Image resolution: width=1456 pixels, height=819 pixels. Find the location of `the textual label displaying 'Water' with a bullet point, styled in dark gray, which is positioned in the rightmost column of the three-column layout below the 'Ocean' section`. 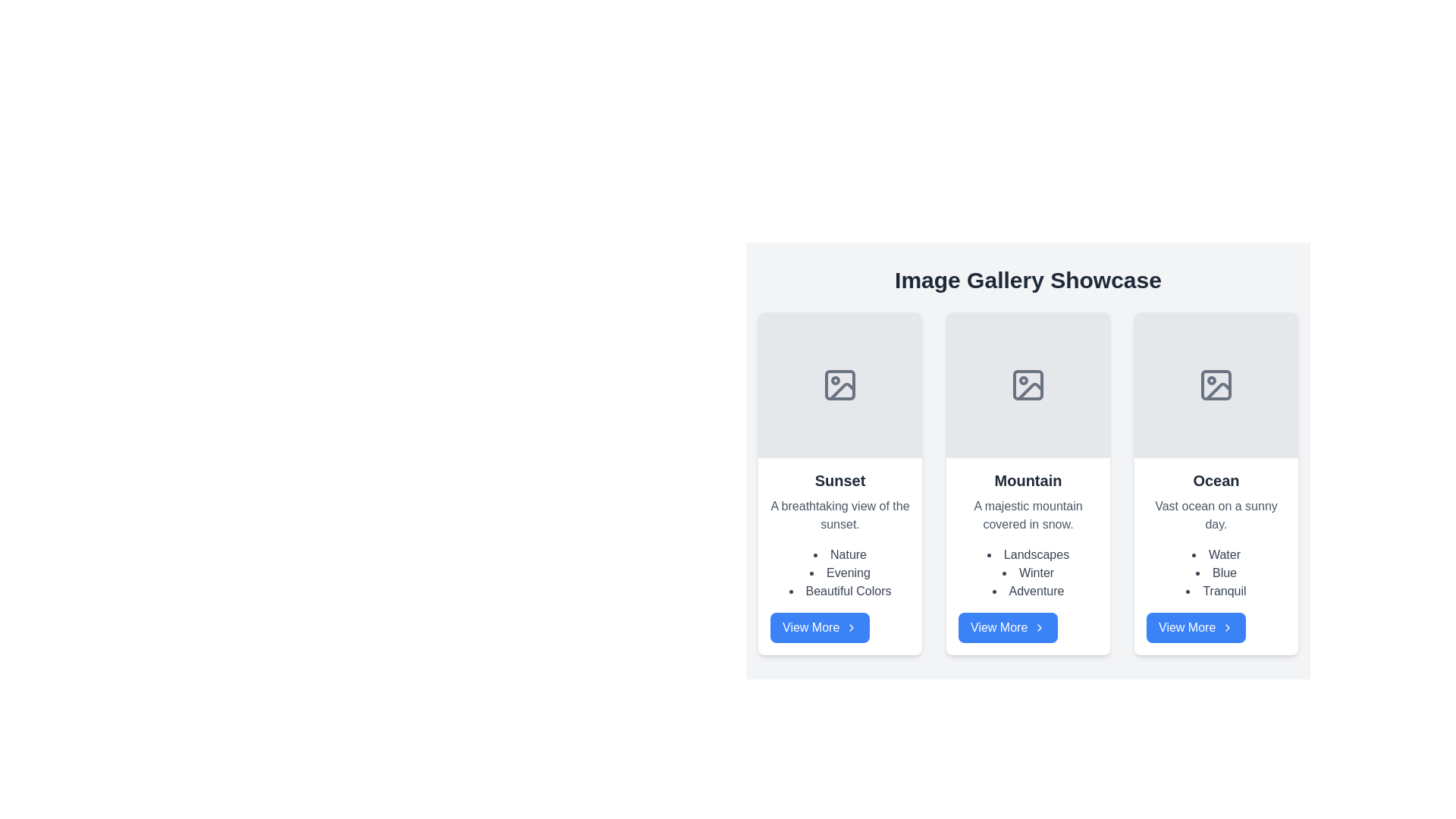

the textual label displaying 'Water' with a bullet point, styled in dark gray, which is positioned in the rightmost column of the three-column layout below the 'Ocean' section is located at coordinates (1216, 555).